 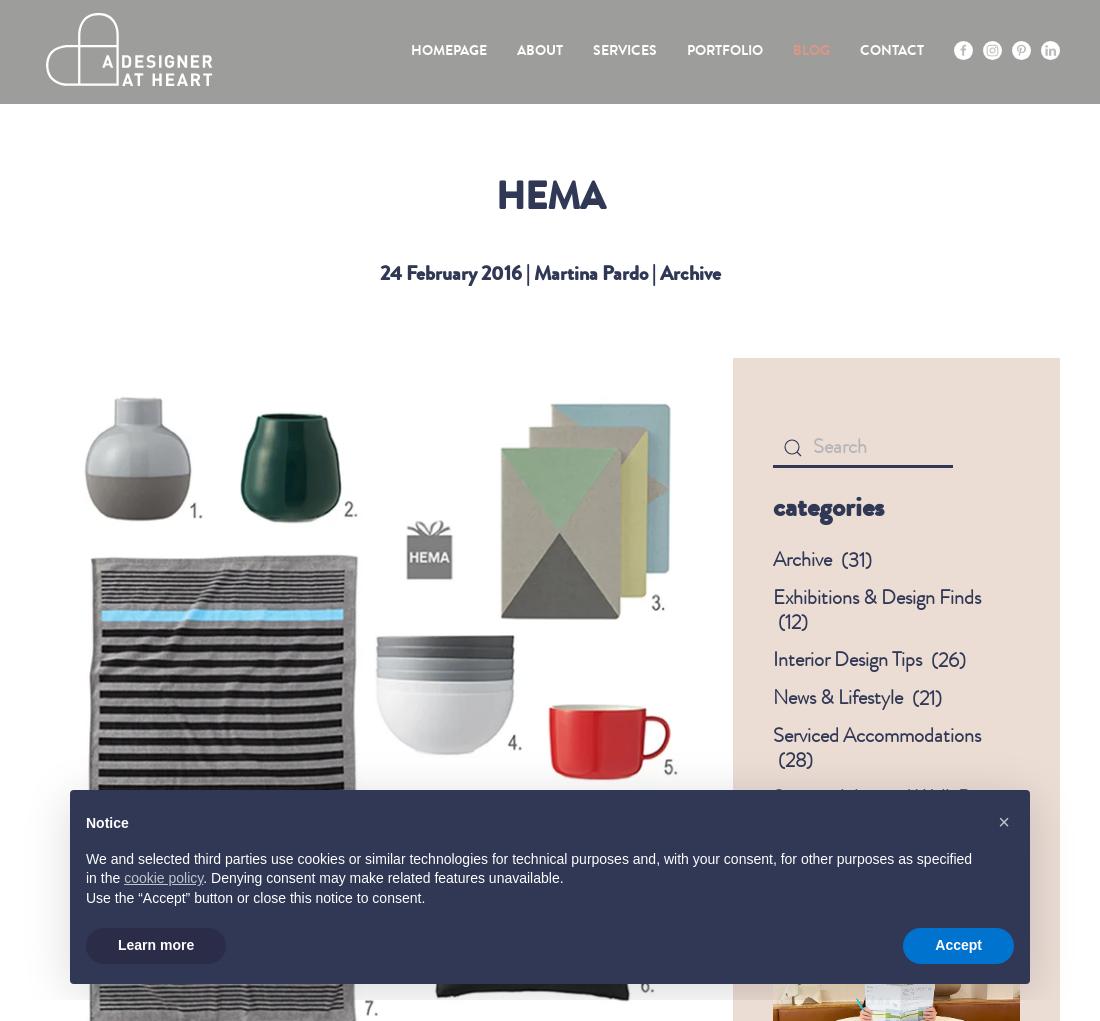 What do you see at coordinates (449, 271) in the screenshot?
I see `'24 February 2016'` at bounding box center [449, 271].